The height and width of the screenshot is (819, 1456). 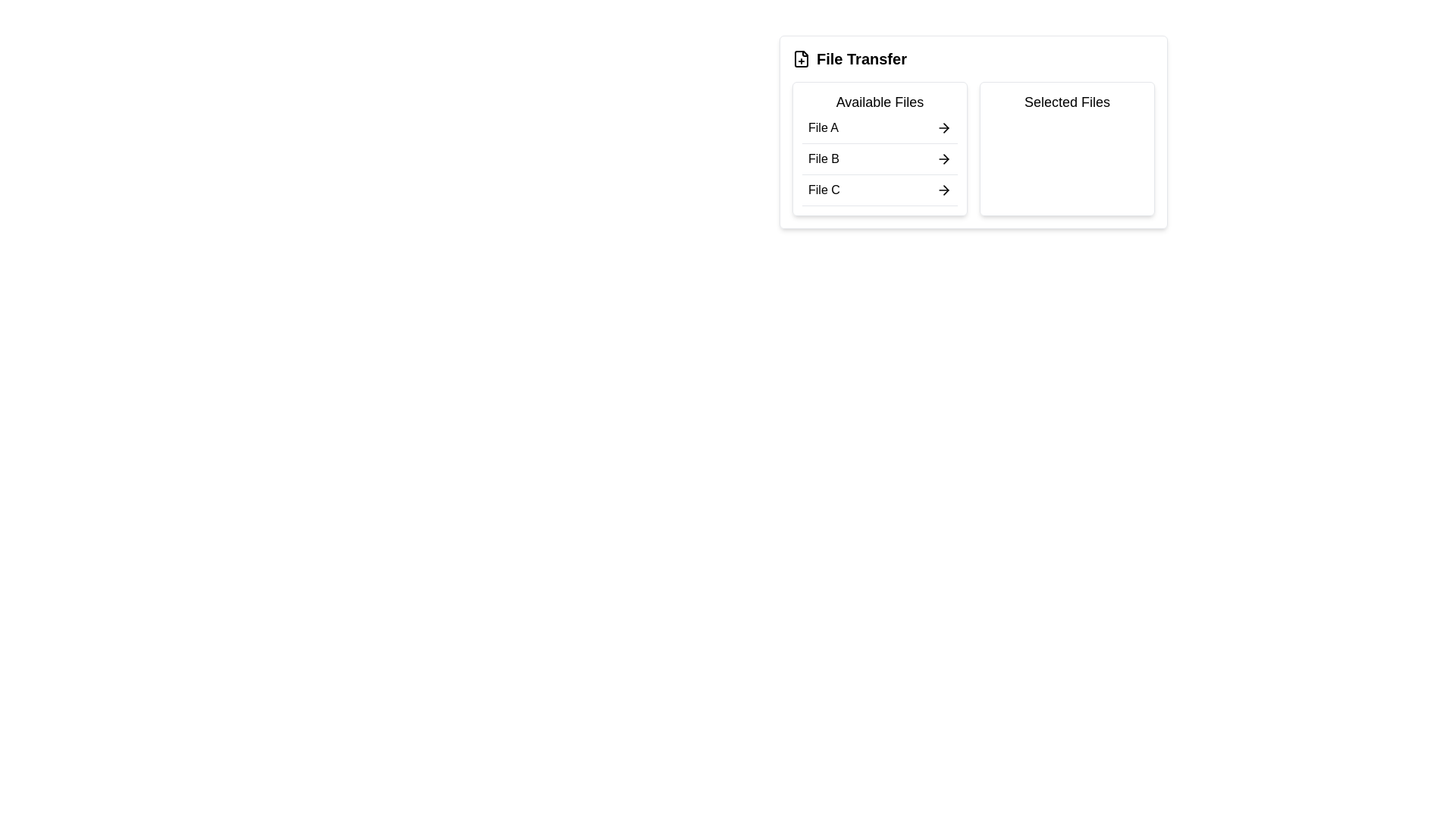 What do you see at coordinates (943, 158) in the screenshot?
I see `the right-pointing arrow icon located beside the text 'File B' in the 'Available Files' section of the 'File Transfer' panel to initiate the file transfer` at bounding box center [943, 158].